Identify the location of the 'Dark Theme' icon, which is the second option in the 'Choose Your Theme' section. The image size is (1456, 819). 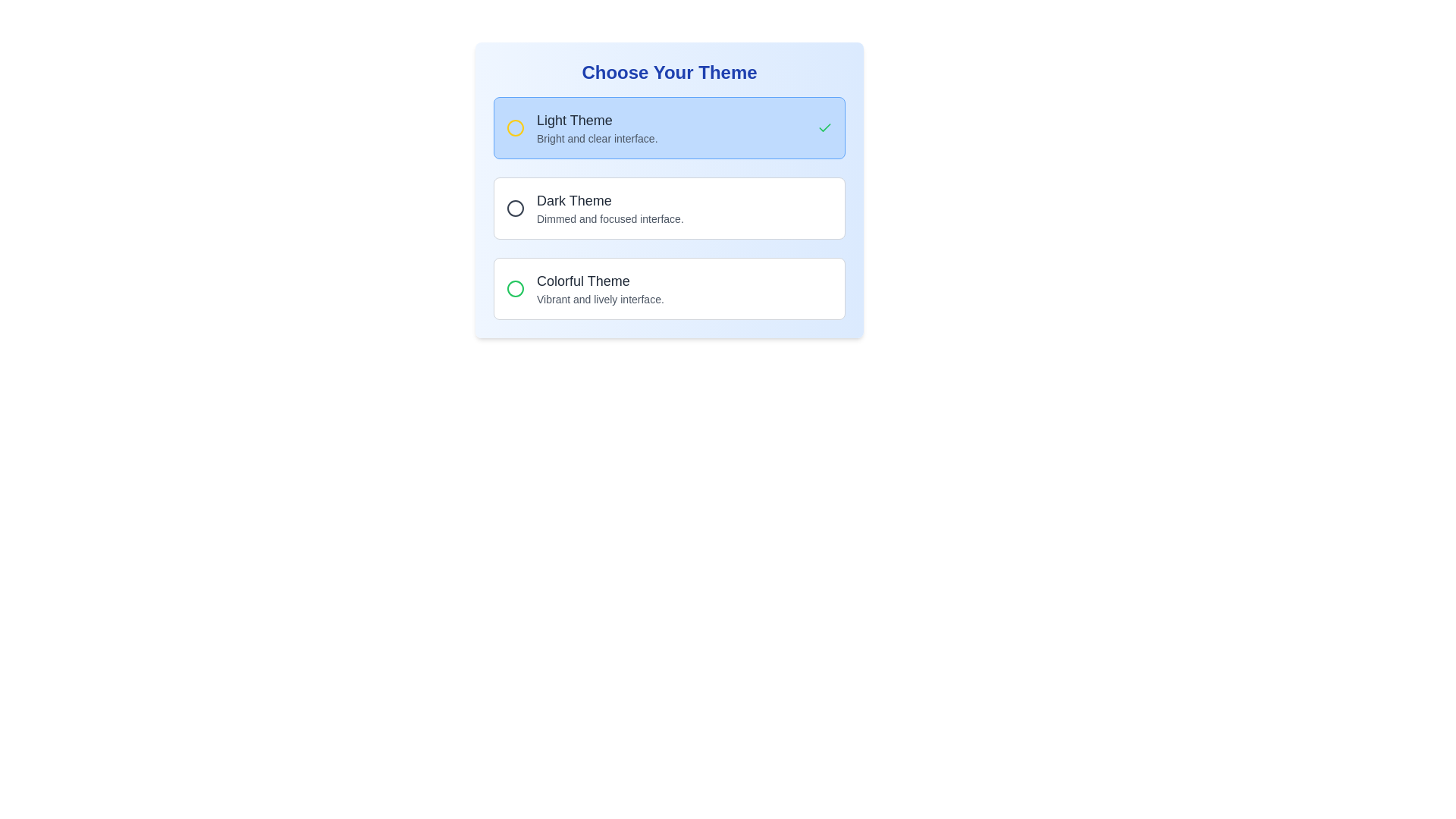
(516, 208).